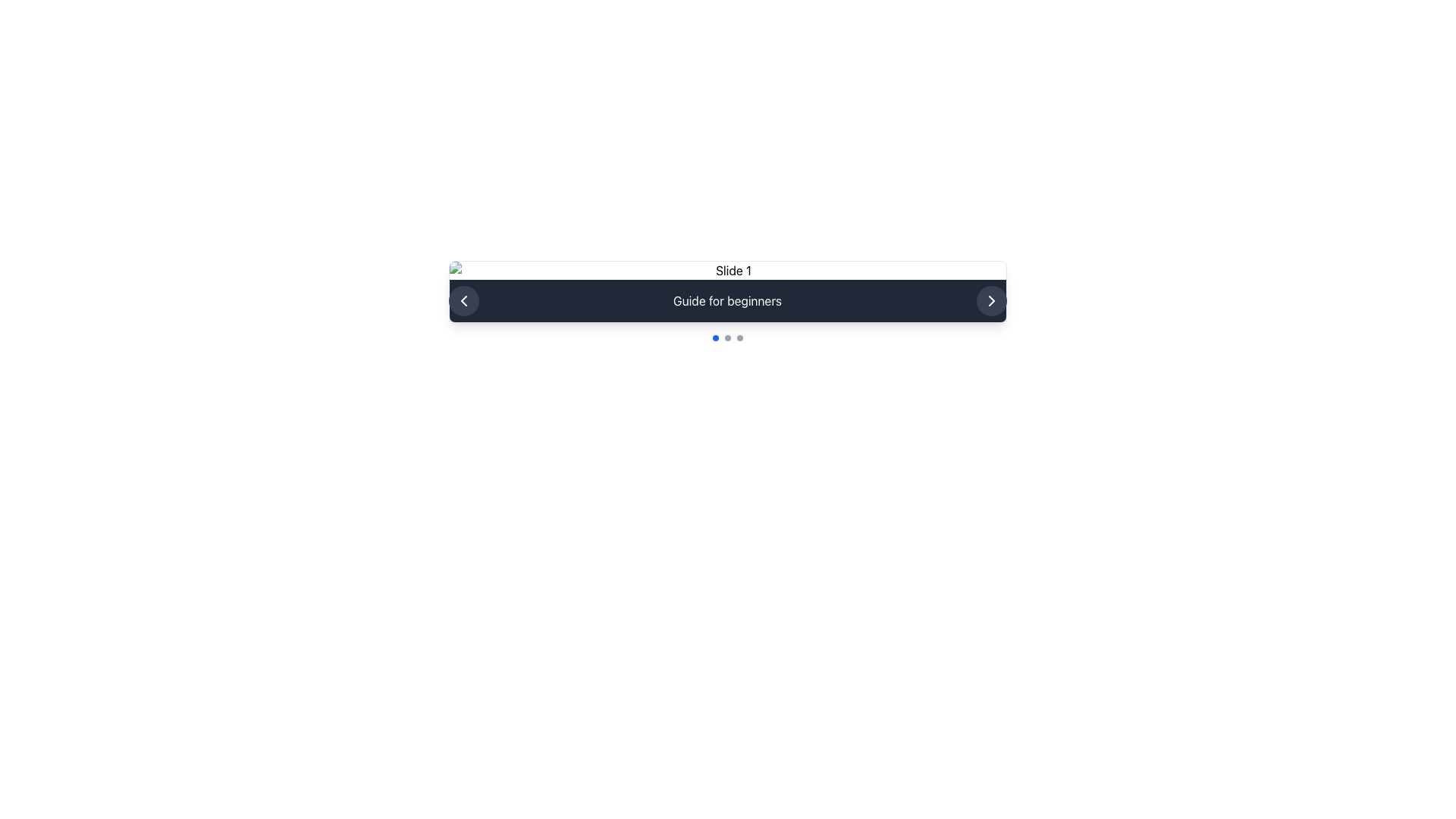 The image size is (1456, 819). Describe the element at coordinates (726, 292) in the screenshot. I see `the Label displaying 'Guide for beginners', which has a dark background and rounded corners, positioned below a placeholder image and above three navigation dots` at that location.